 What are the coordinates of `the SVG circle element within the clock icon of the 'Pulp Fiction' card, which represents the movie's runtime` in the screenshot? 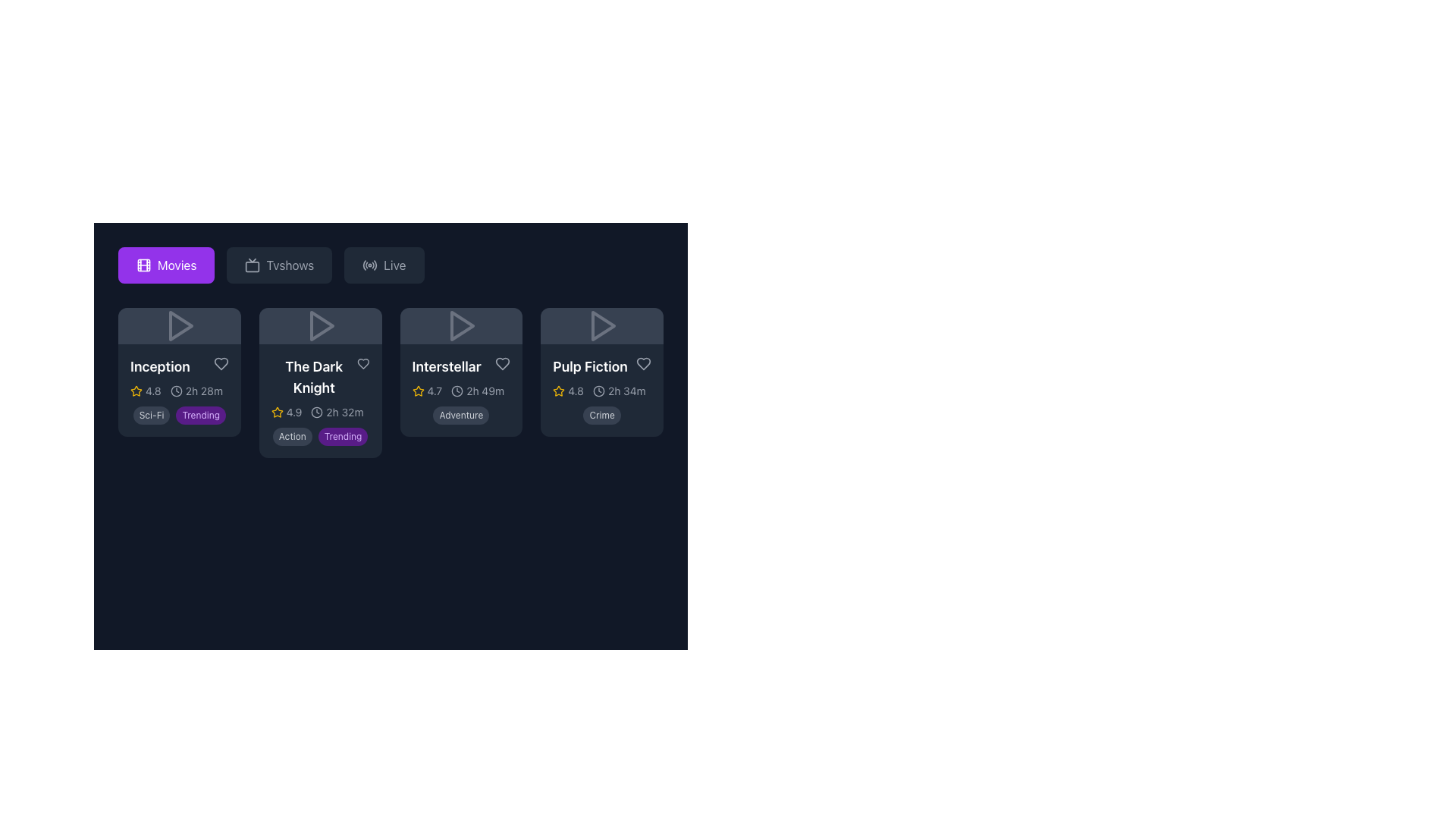 It's located at (598, 391).